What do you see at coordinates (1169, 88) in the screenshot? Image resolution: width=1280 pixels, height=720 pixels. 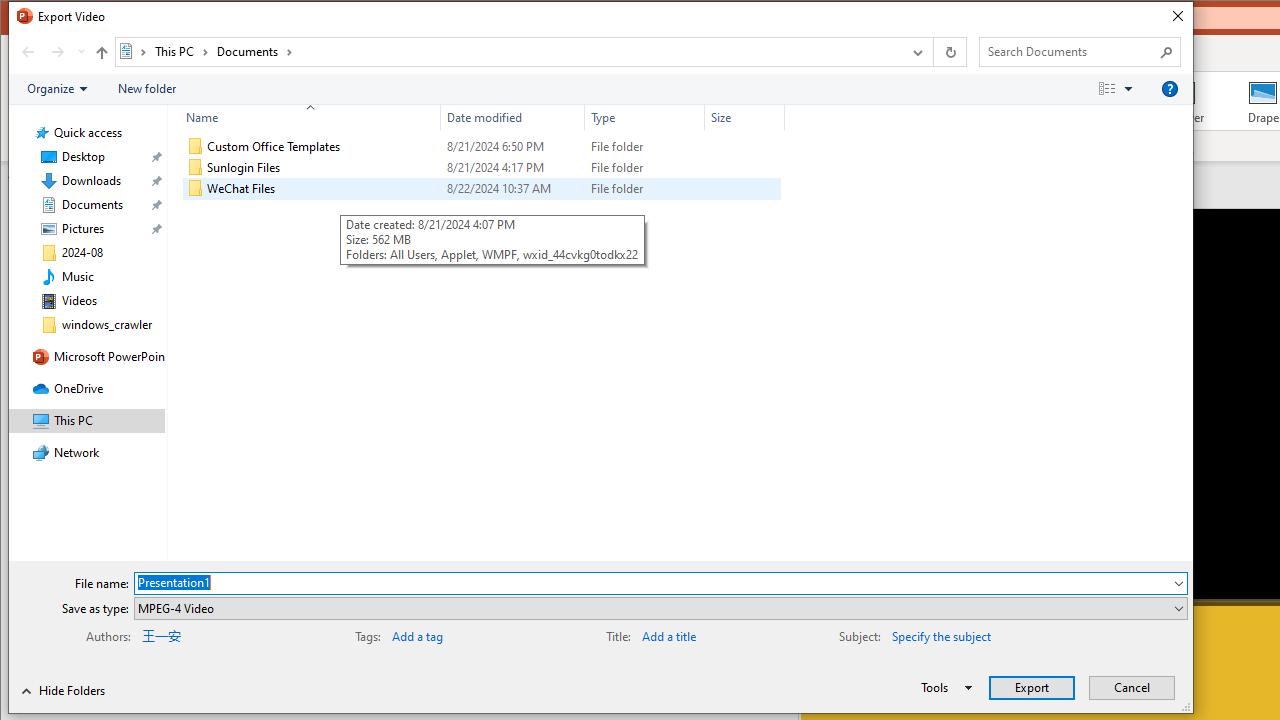 I see `'&Help'` at bounding box center [1169, 88].